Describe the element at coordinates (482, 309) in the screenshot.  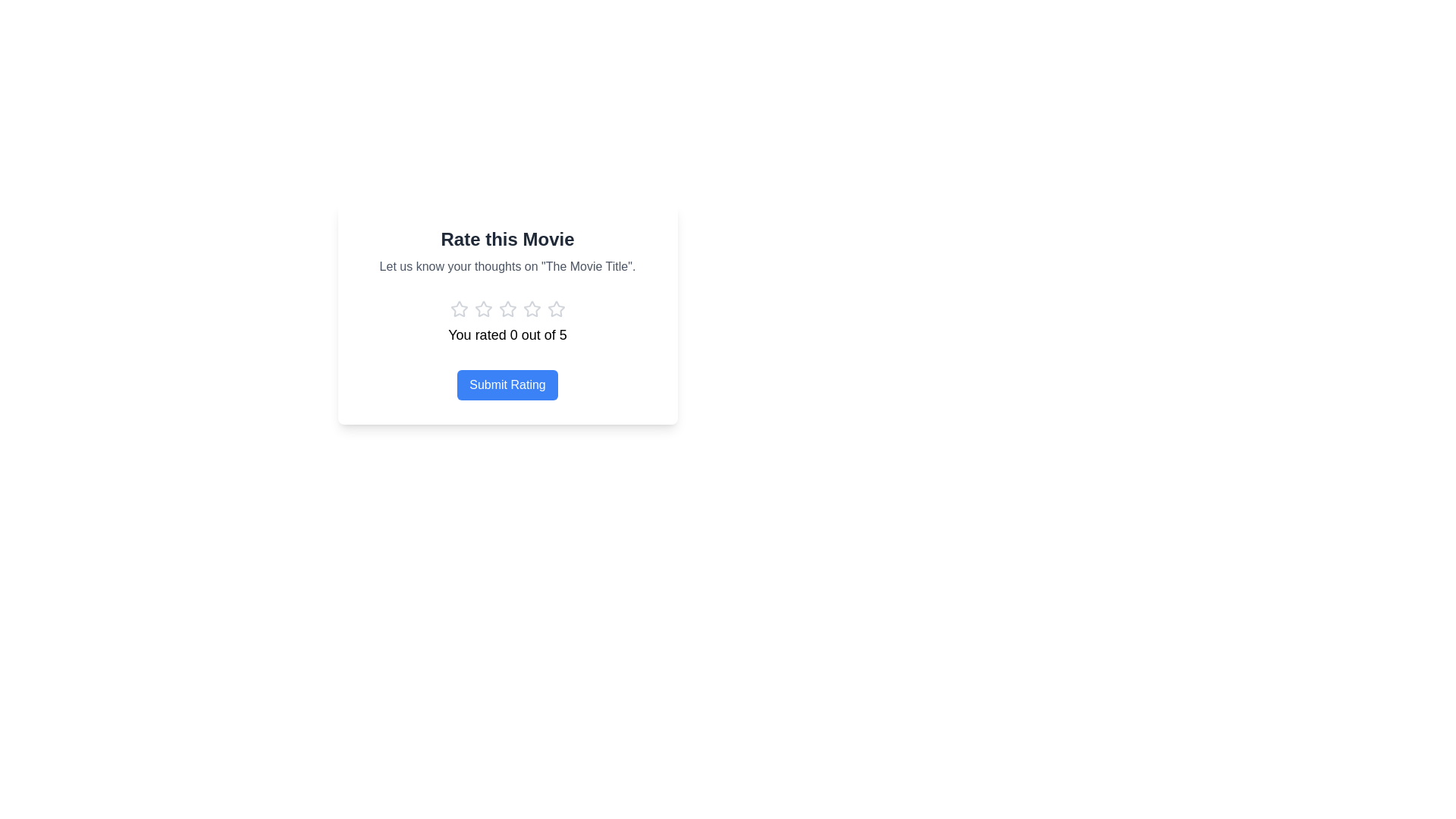
I see `the second star rating icon in the row of five stars, which allows users to select a rating for the movie` at that location.